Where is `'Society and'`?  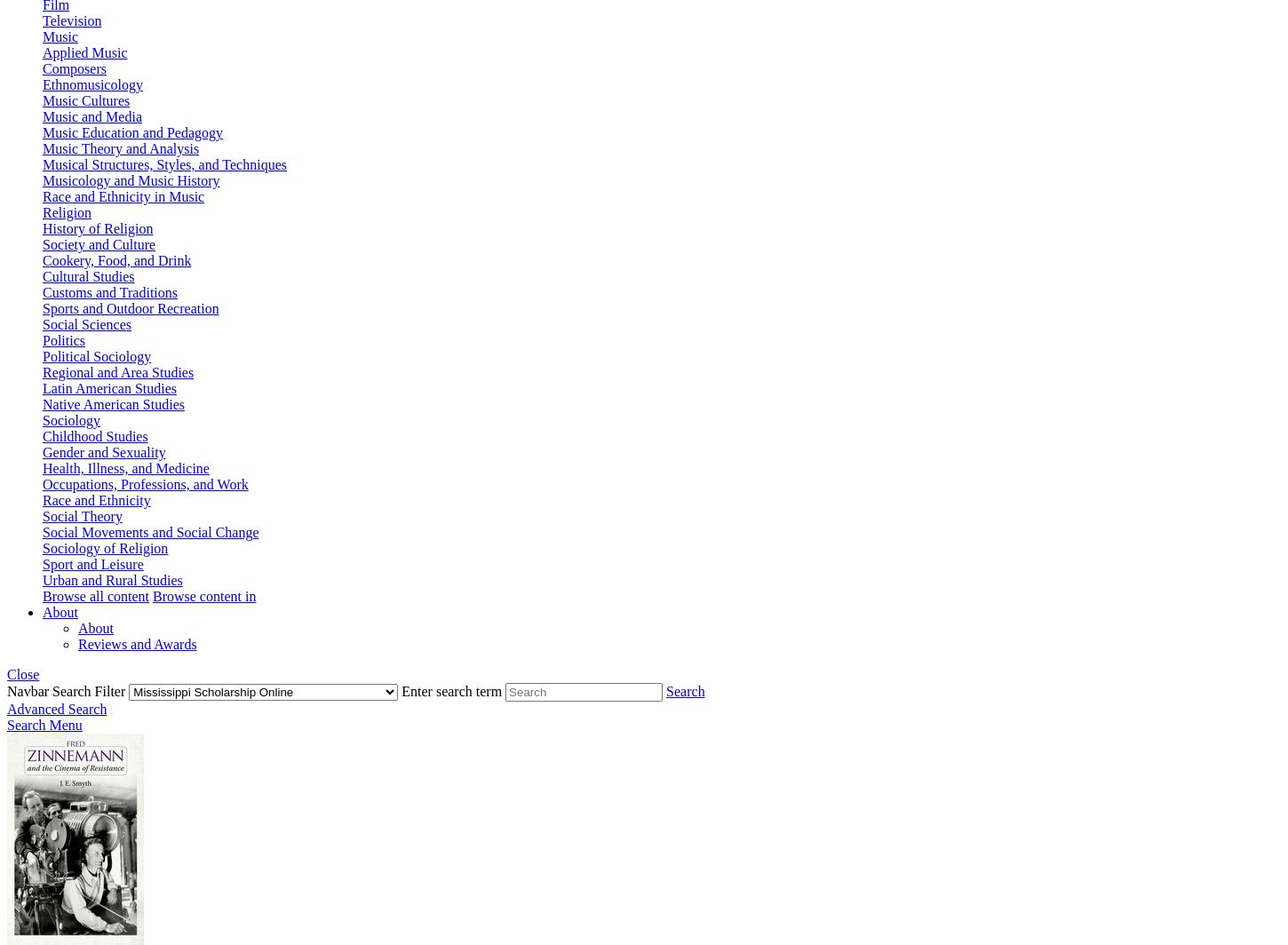 'Society and' is located at coordinates (42, 244).